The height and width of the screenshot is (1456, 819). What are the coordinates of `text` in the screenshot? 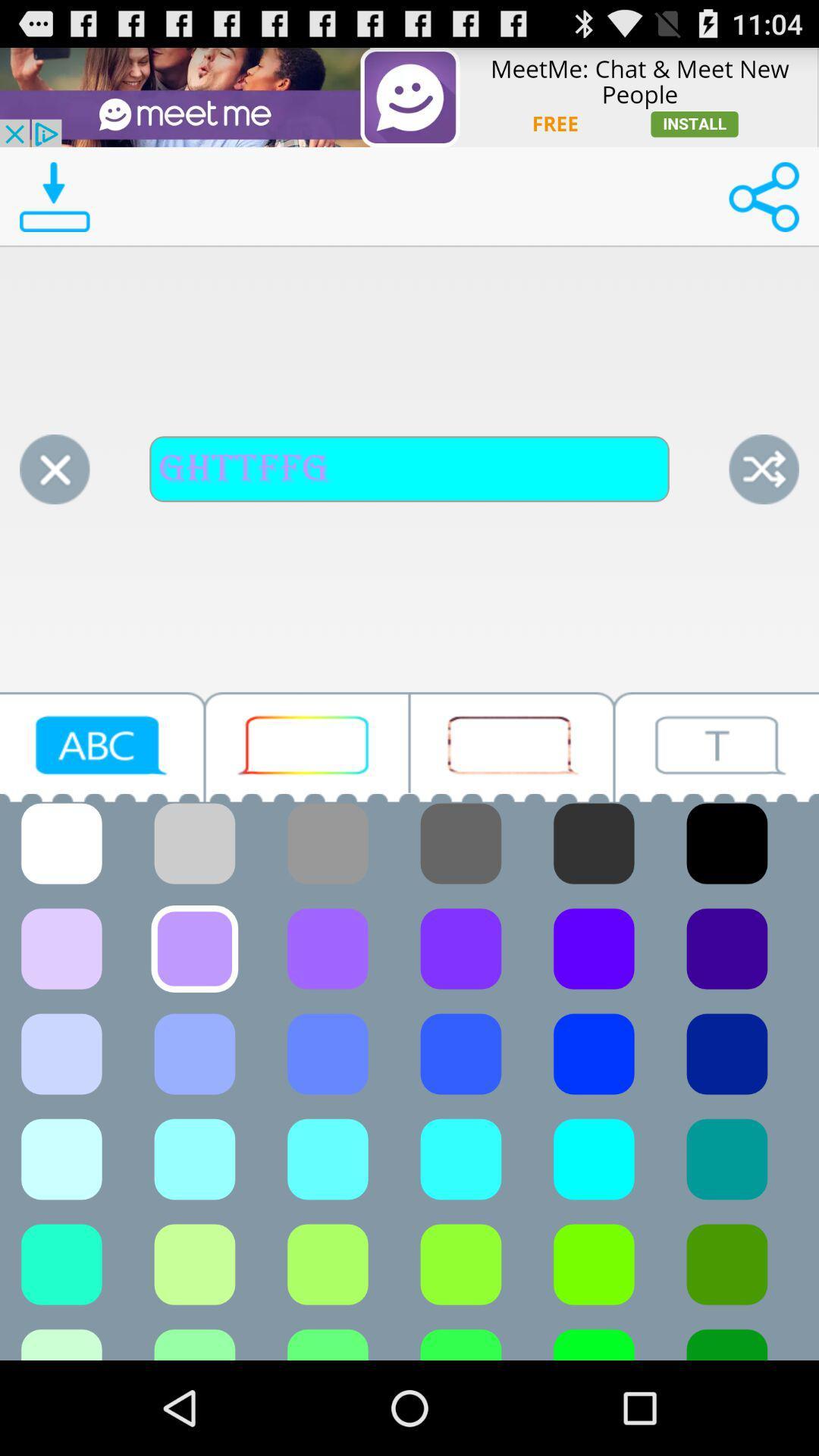 It's located at (102, 747).